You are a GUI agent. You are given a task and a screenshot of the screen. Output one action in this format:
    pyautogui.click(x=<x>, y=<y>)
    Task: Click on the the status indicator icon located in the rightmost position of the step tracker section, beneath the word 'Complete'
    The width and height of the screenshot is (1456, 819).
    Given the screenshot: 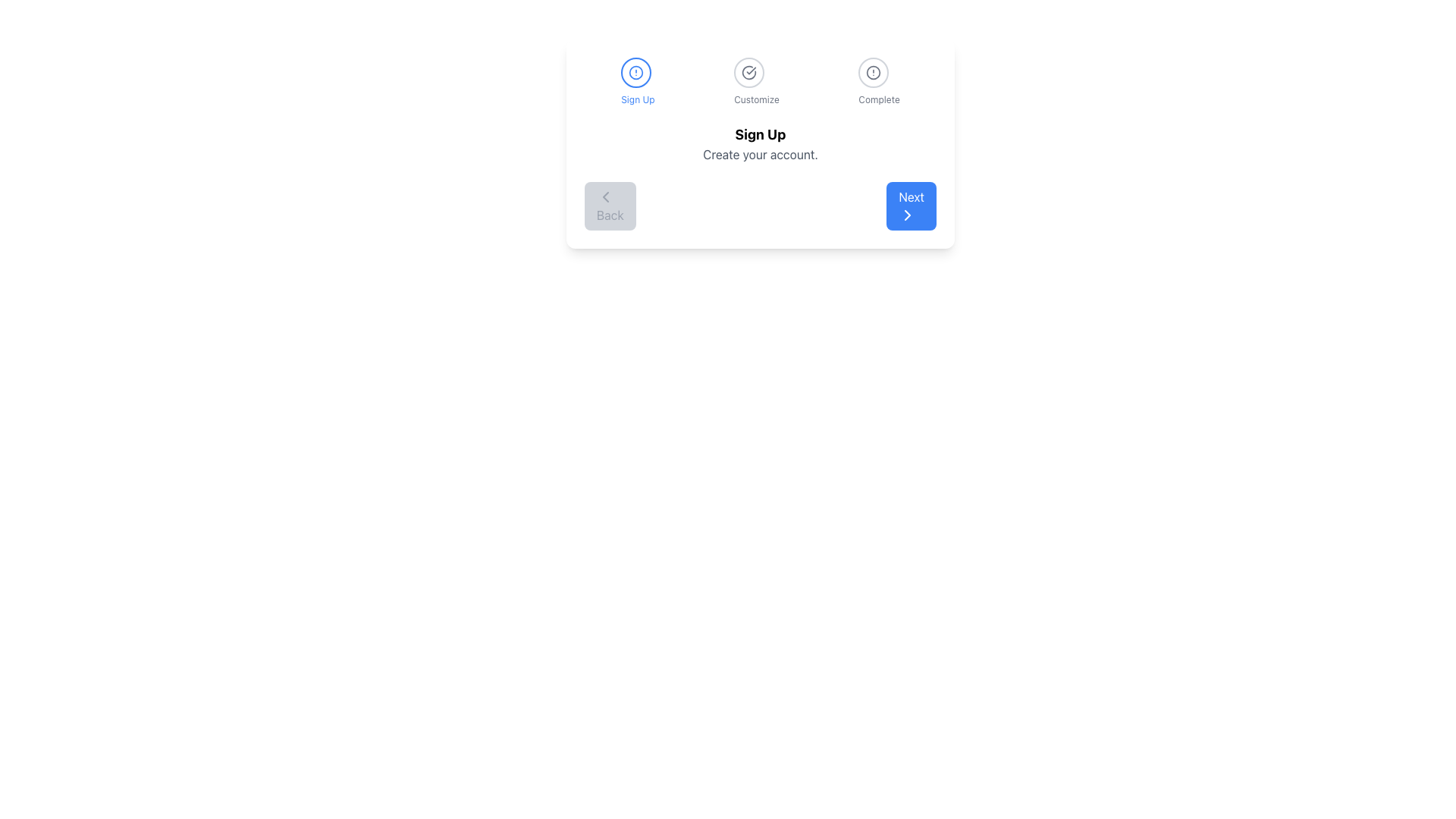 What is the action you would take?
    pyautogui.click(x=874, y=73)
    